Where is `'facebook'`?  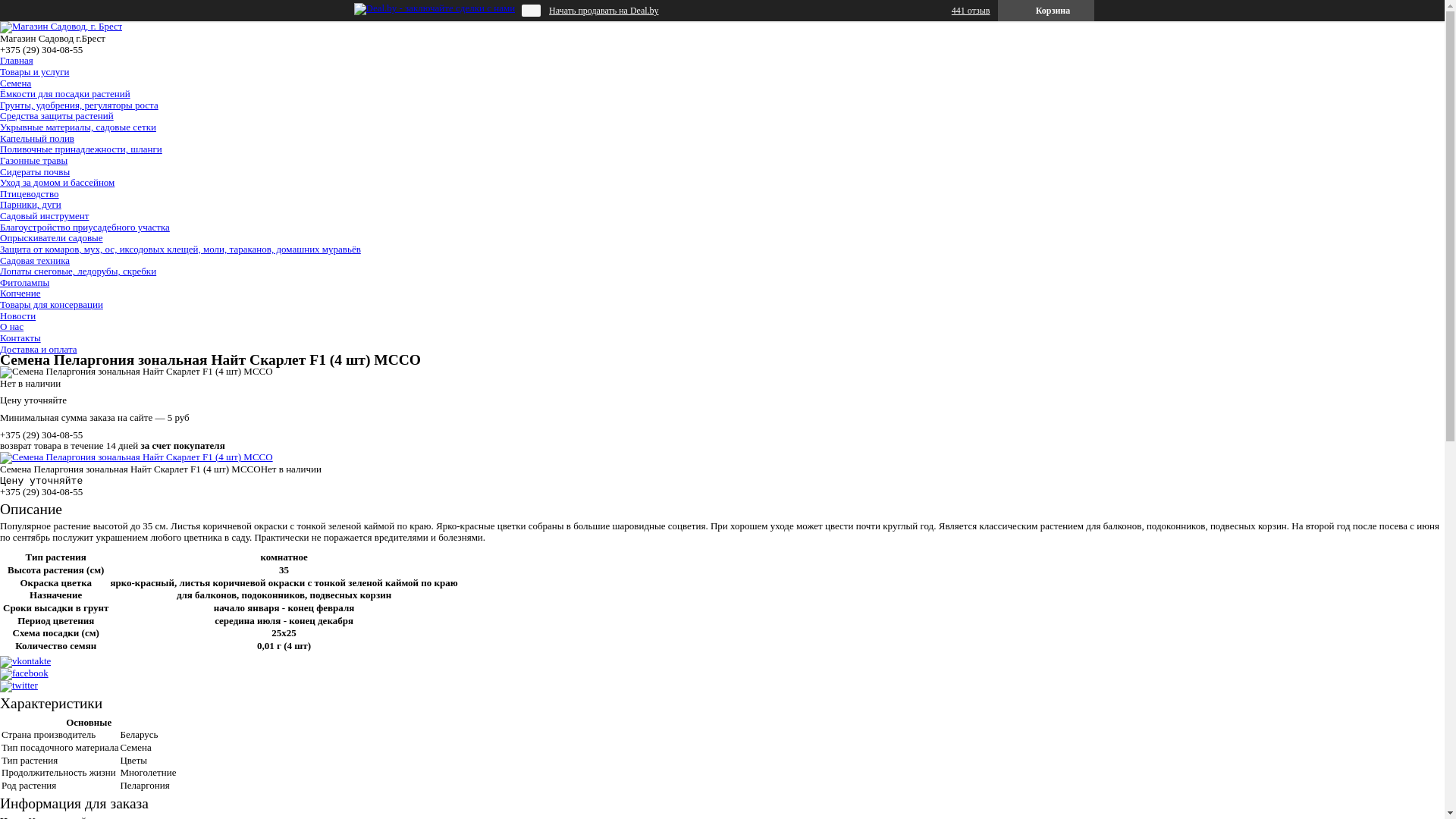 'facebook' is located at coordinates (24, 672).